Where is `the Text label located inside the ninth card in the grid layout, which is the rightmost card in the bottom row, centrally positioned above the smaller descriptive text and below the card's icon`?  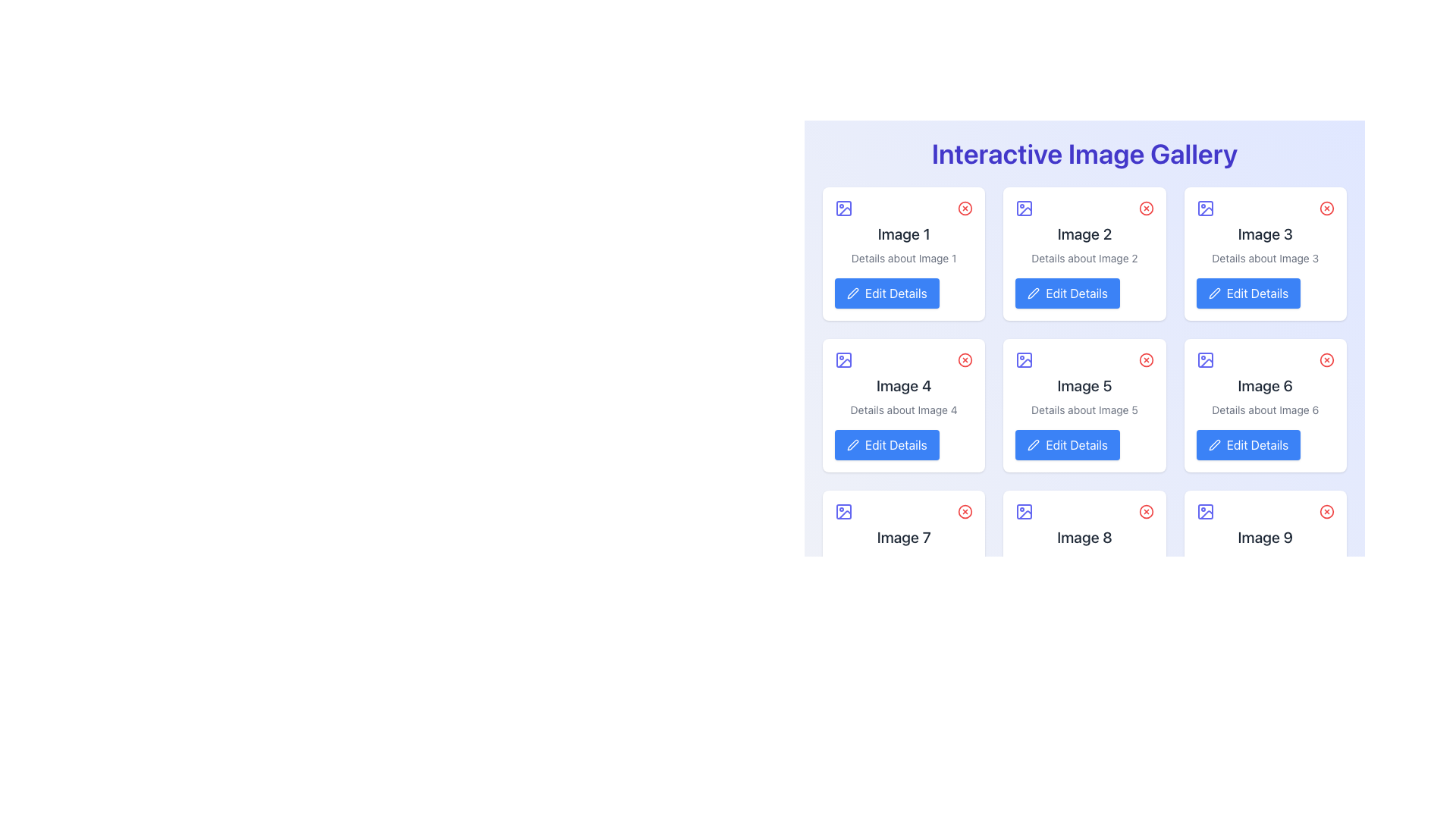
the Text label located inside the ninth card in the grid layout, which is the rightmost card in the bottom row, centrally positioned above the smaller descriptive text and below the card's icon is located at coordinates (1265, 537).